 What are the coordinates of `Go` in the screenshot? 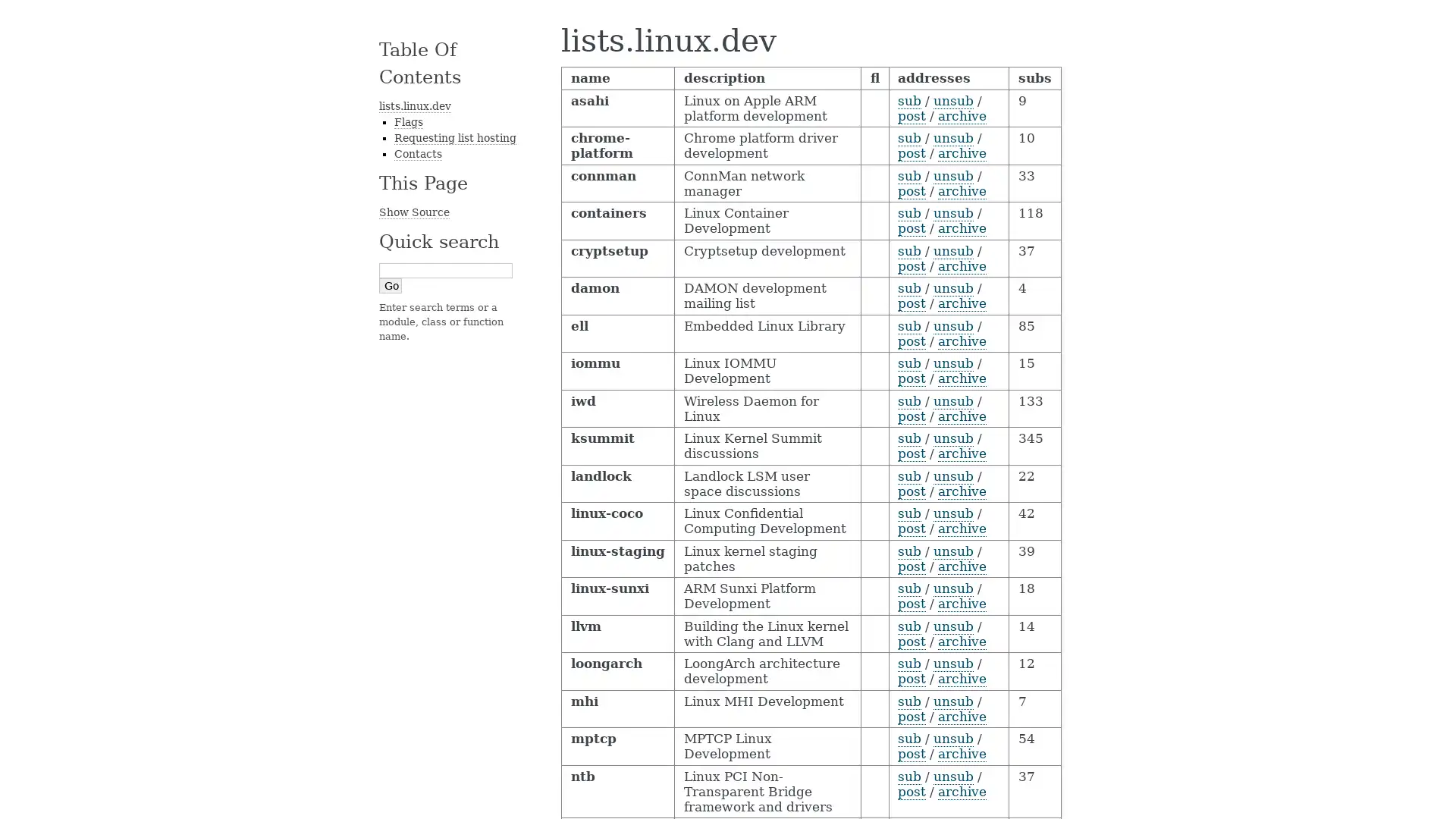 It's located at (390, 286).